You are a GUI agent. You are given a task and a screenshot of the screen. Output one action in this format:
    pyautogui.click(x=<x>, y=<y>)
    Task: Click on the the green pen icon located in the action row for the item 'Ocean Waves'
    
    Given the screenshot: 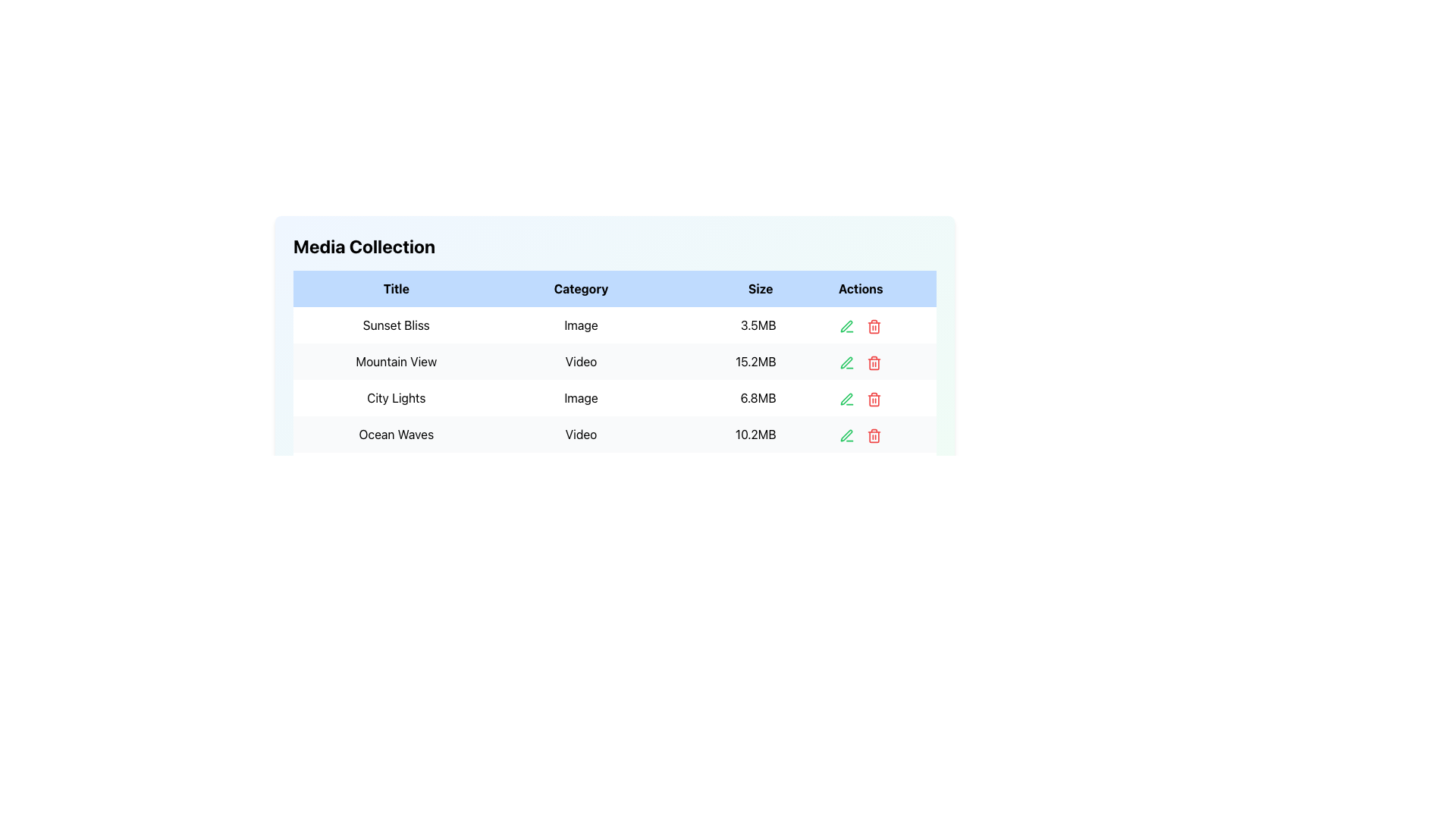 What is the action you would take?
    pyautogui.click(x=846, y=435)
    